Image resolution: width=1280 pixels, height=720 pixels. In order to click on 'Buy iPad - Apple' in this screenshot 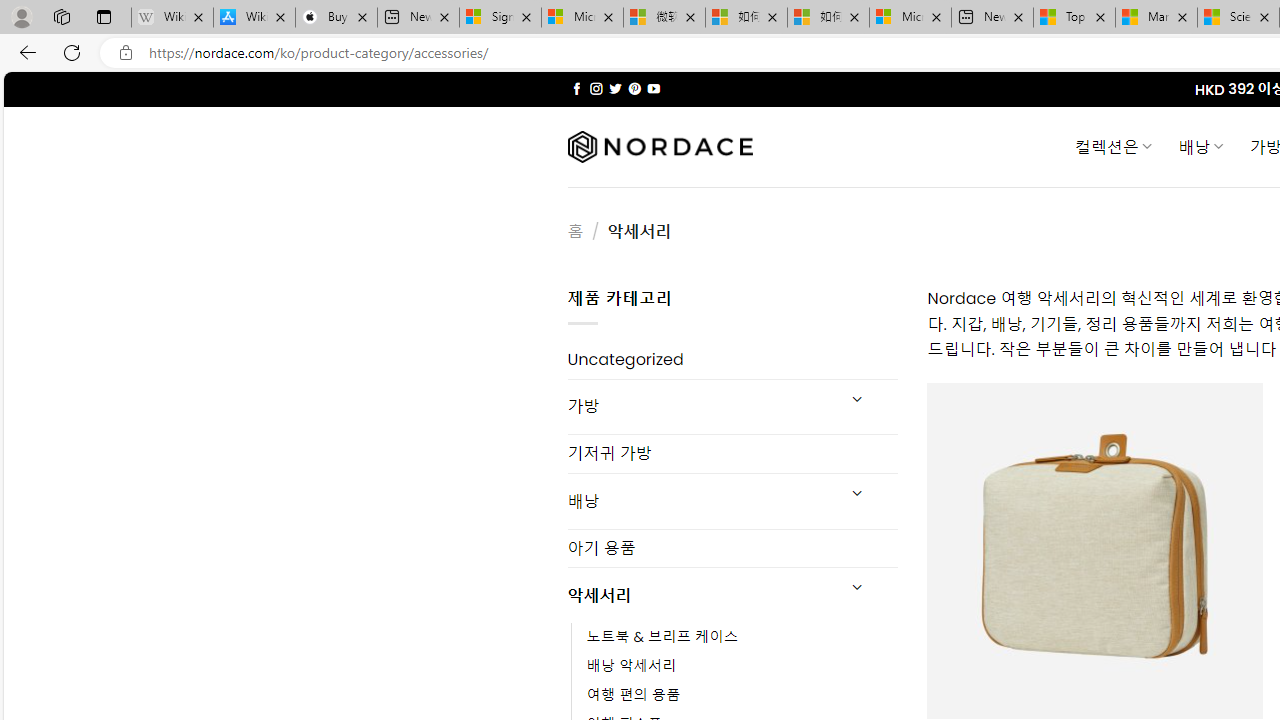, I will do `click(336, 17)`.